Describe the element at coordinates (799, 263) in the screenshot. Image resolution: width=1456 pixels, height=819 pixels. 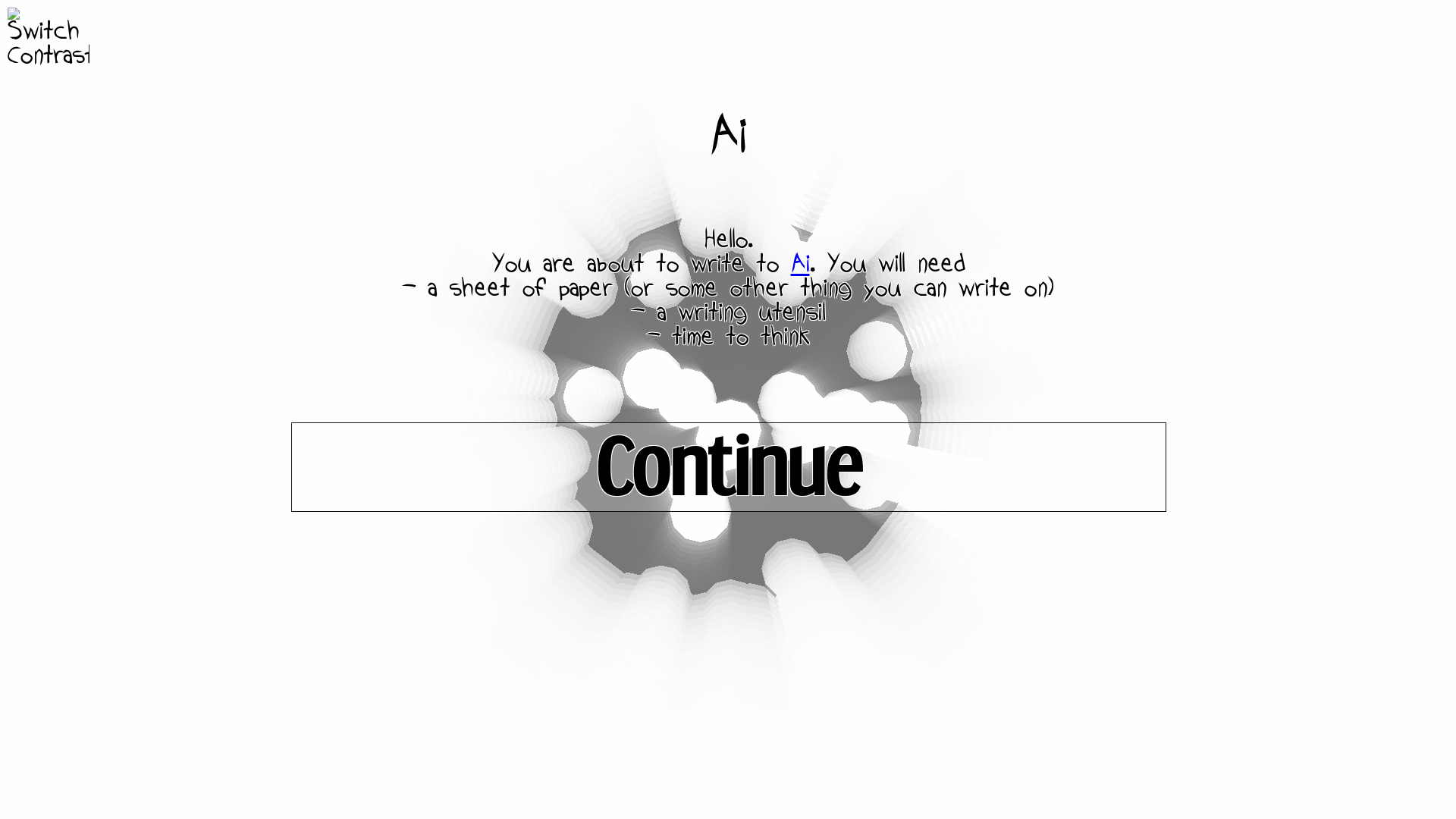
I see `'Ai'` at that location.